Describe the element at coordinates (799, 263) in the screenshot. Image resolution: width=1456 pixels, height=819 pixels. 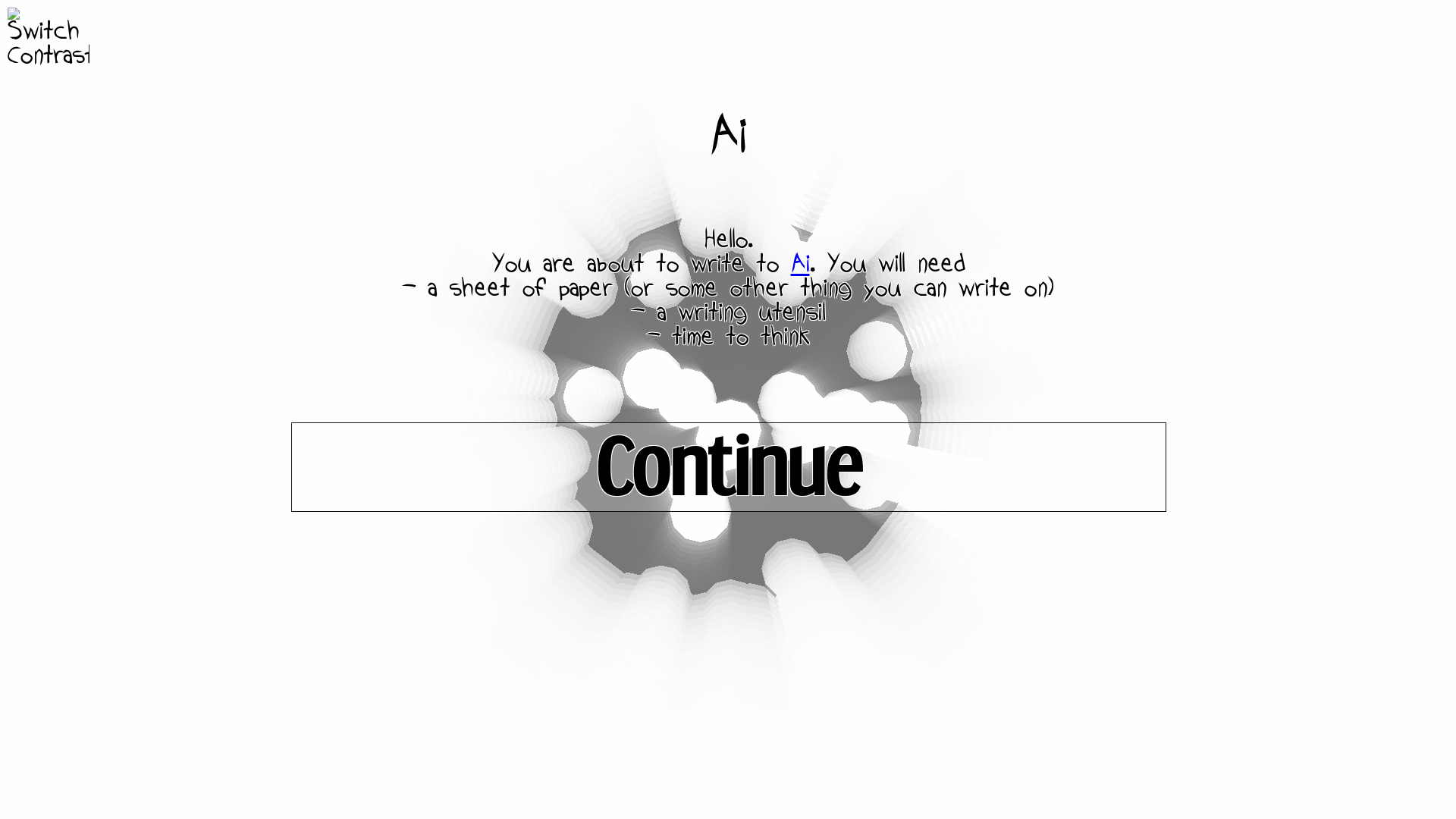
I see `'Ai'` at that location.